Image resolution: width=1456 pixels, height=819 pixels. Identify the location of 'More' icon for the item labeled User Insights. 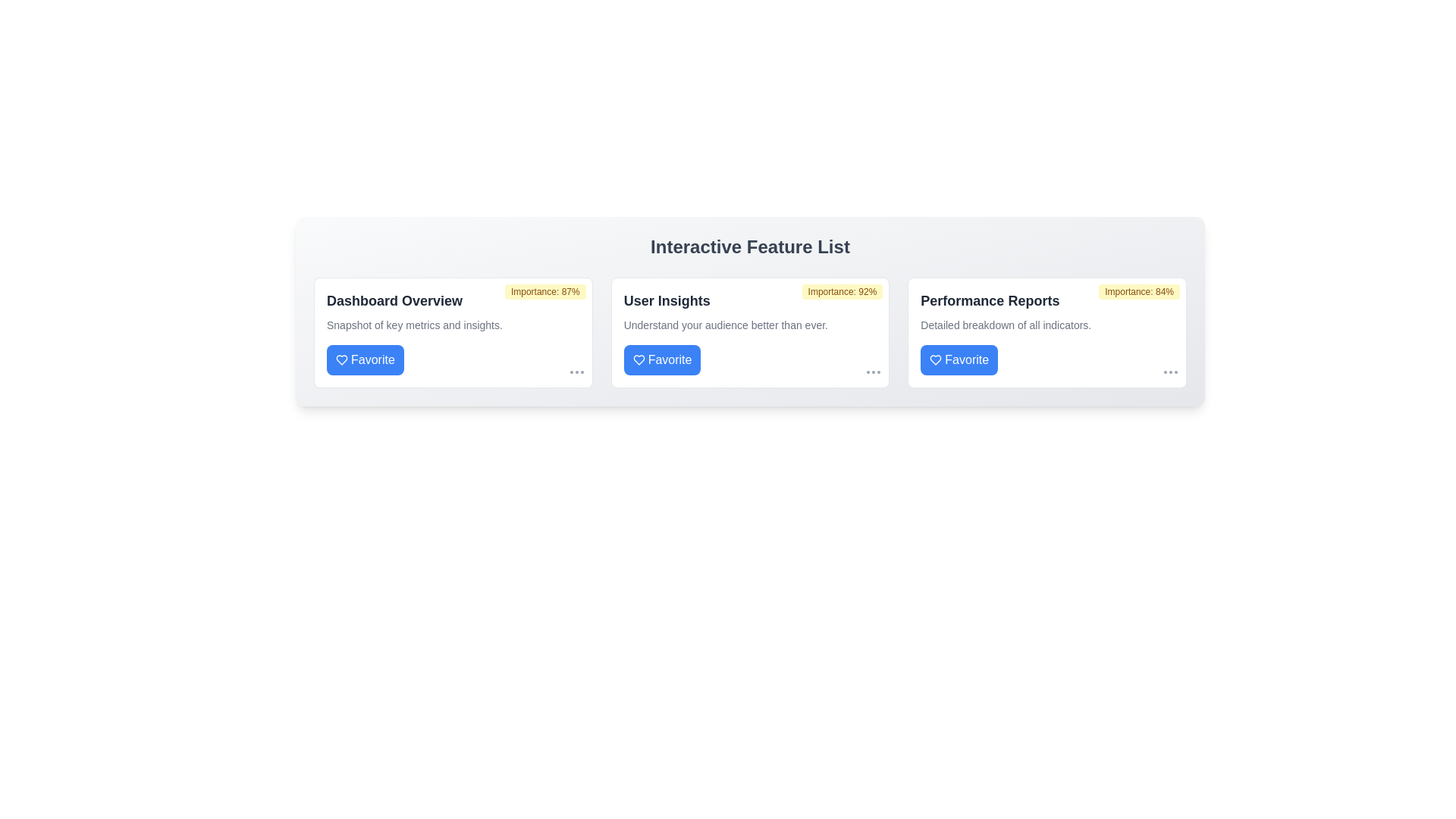
(874, 372).